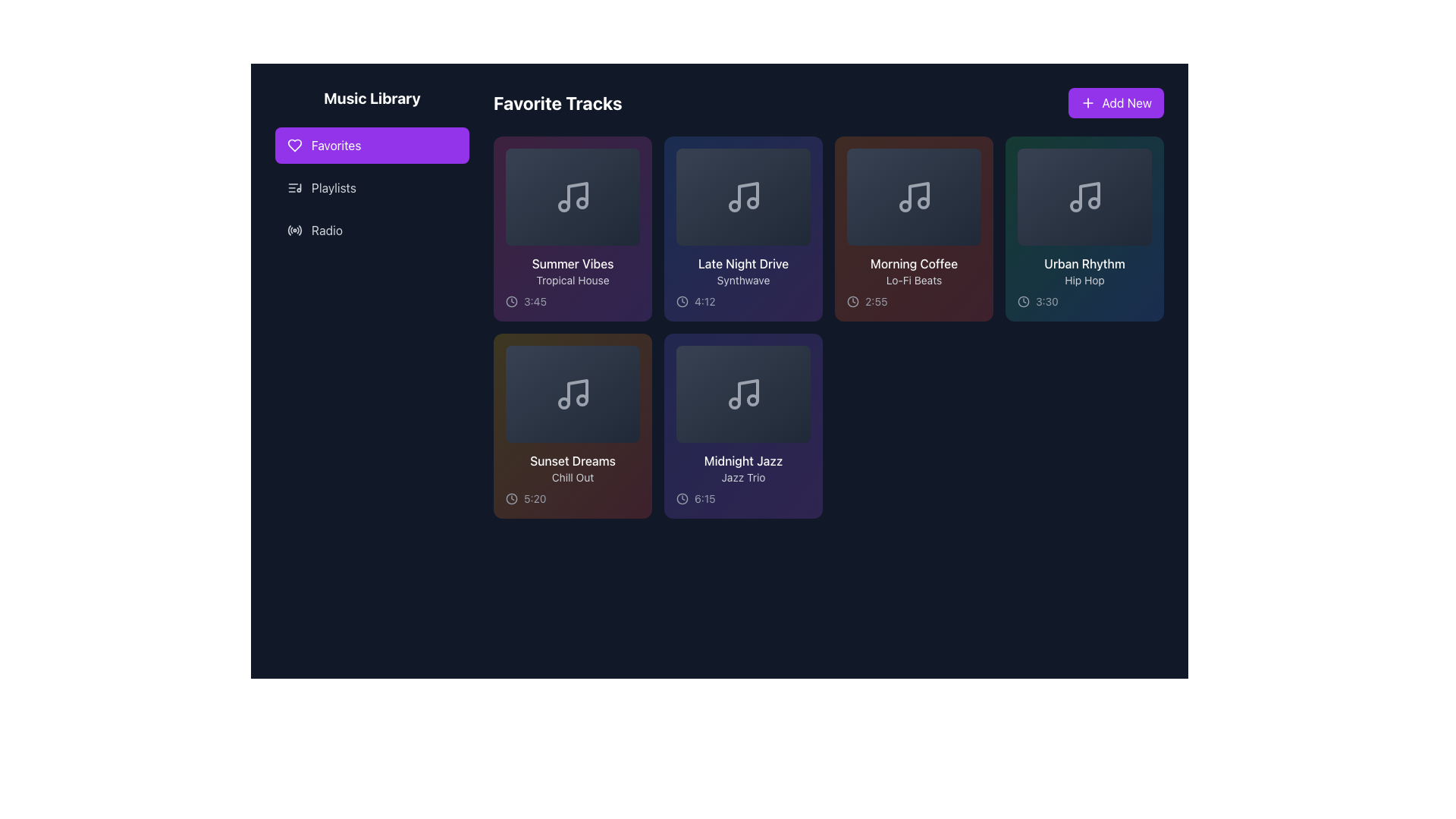 Image resolution: width=1456 pixels, height=819 pixels. Describe the element at coordinates (1087, 102) in the screenshot. I see `the plus icon representing the 'Add New' action, located to the left of the 'Add New' button at the top-right corner of the interface` at that location.